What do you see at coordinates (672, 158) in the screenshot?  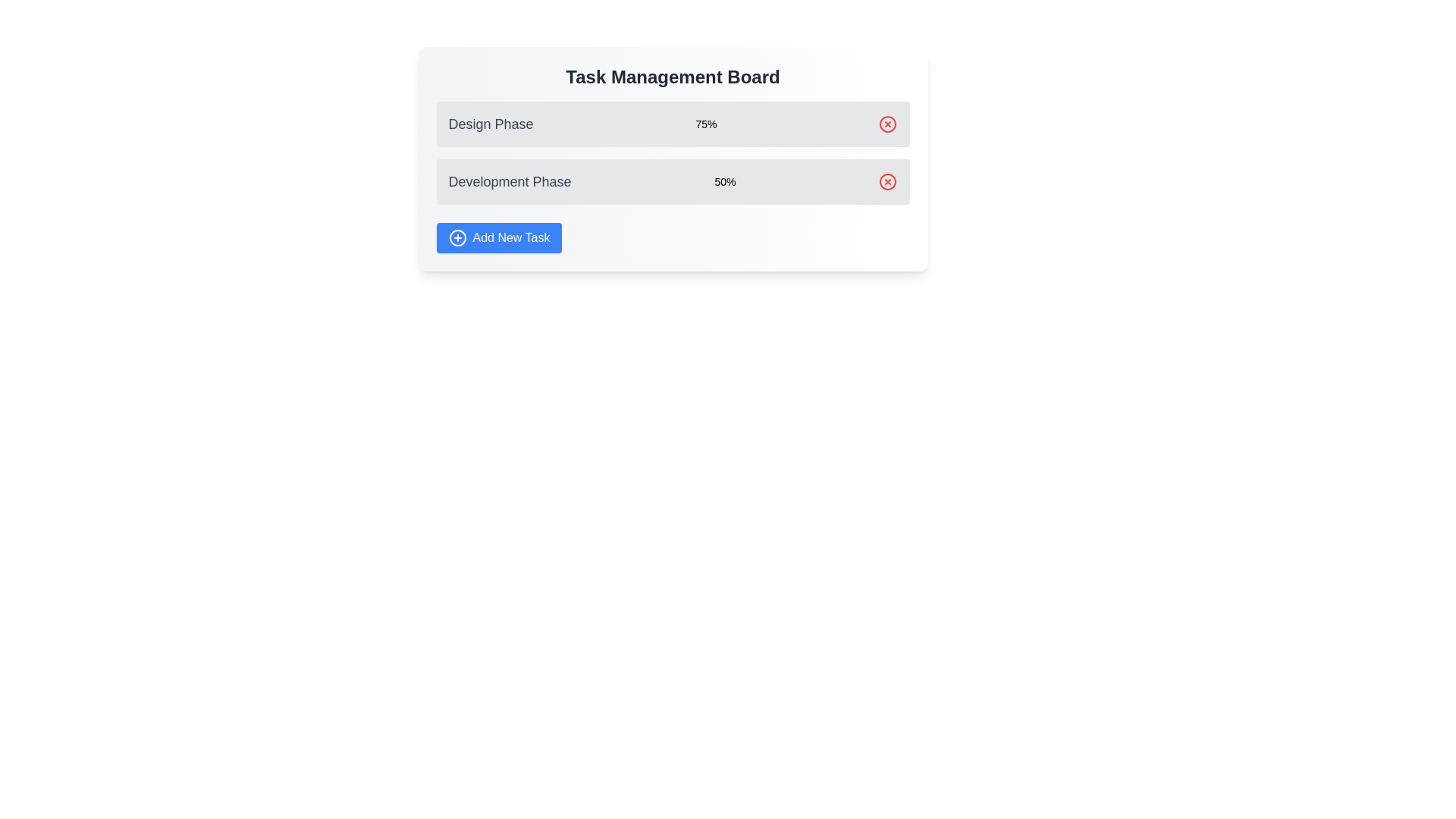 I see `the progress percentages (75% and 50%) in the Task Management Board section` at bounding box center [672, 158].